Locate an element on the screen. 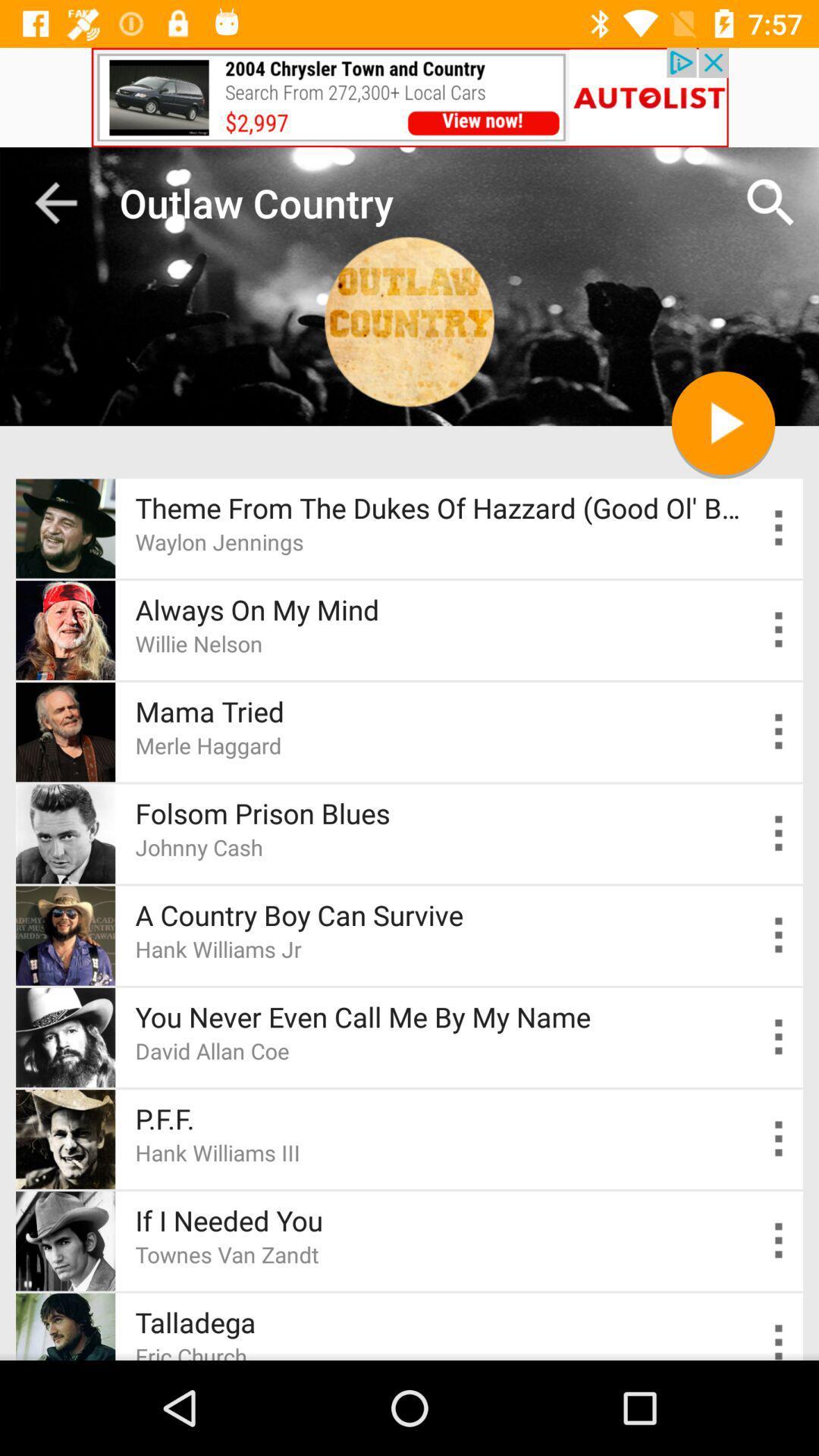  setting the option is located at coordinates (779, 1339).